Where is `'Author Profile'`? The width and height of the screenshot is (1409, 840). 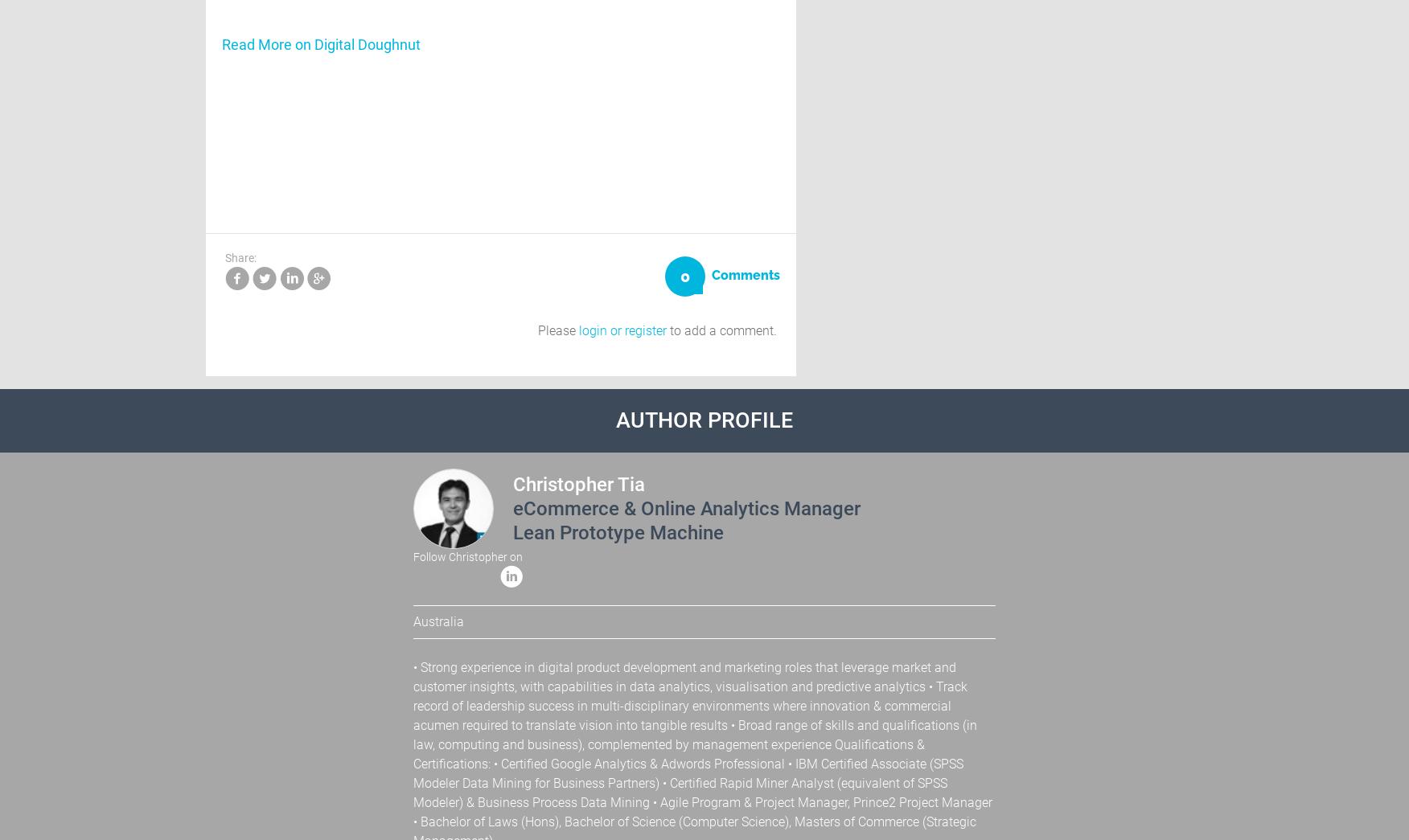
'Author Profile' is located at coordinates (704, 418).